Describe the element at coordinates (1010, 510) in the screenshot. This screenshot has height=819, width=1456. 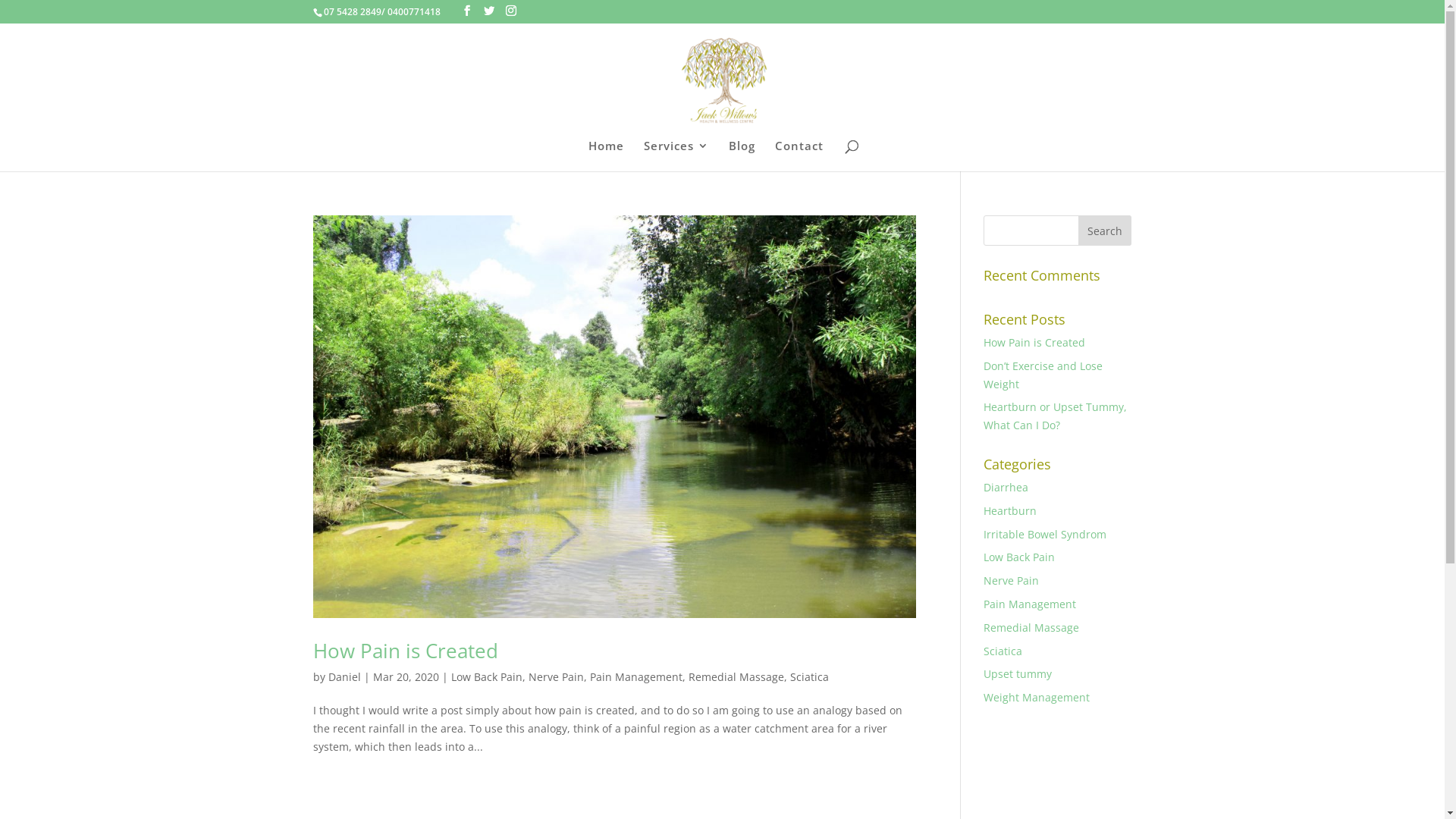
I see `'Heartburn'` at that location.